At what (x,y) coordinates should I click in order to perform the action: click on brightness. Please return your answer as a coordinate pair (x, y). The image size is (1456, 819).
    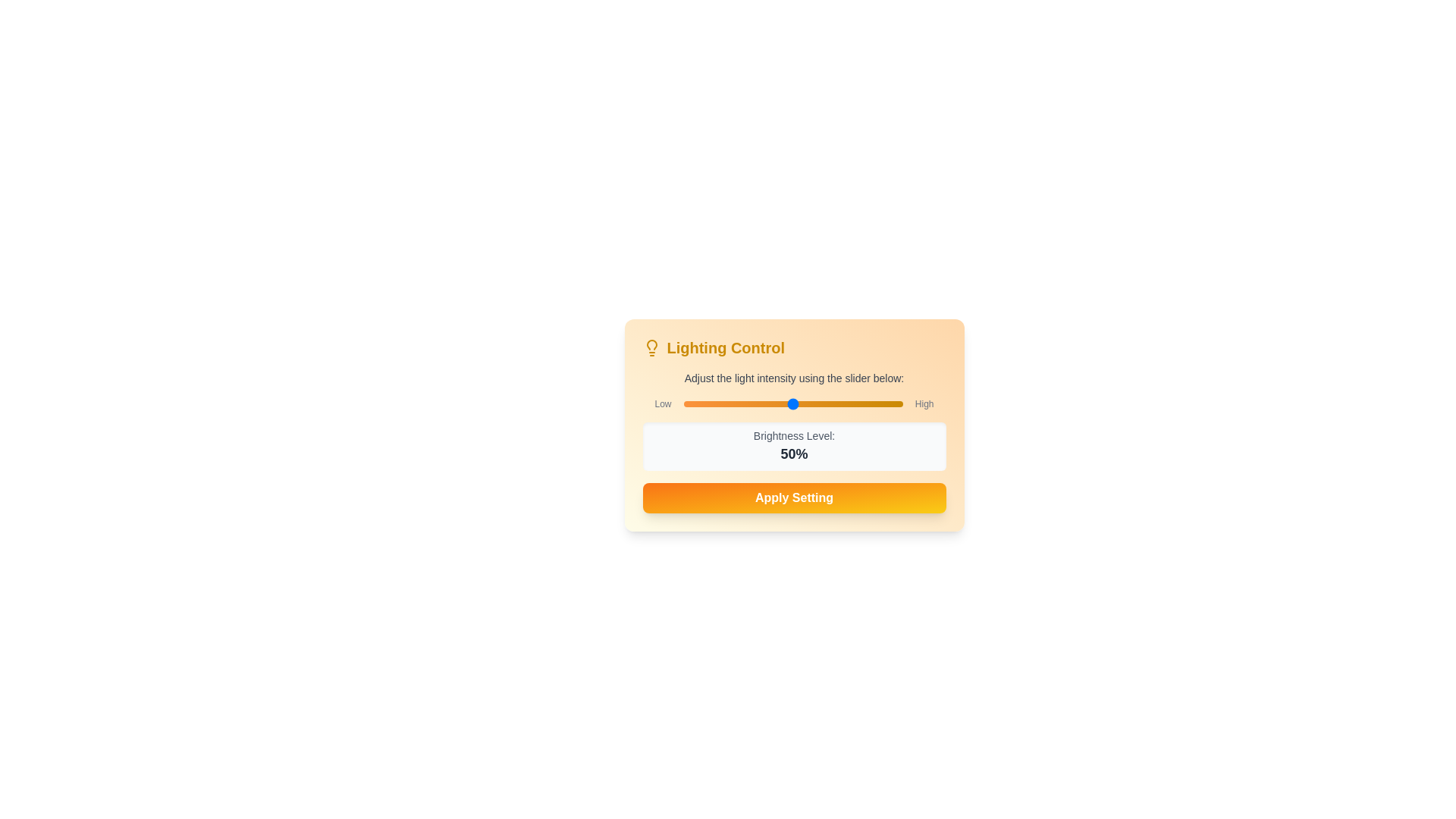
    Looking at the image, I should click on (747, 403).